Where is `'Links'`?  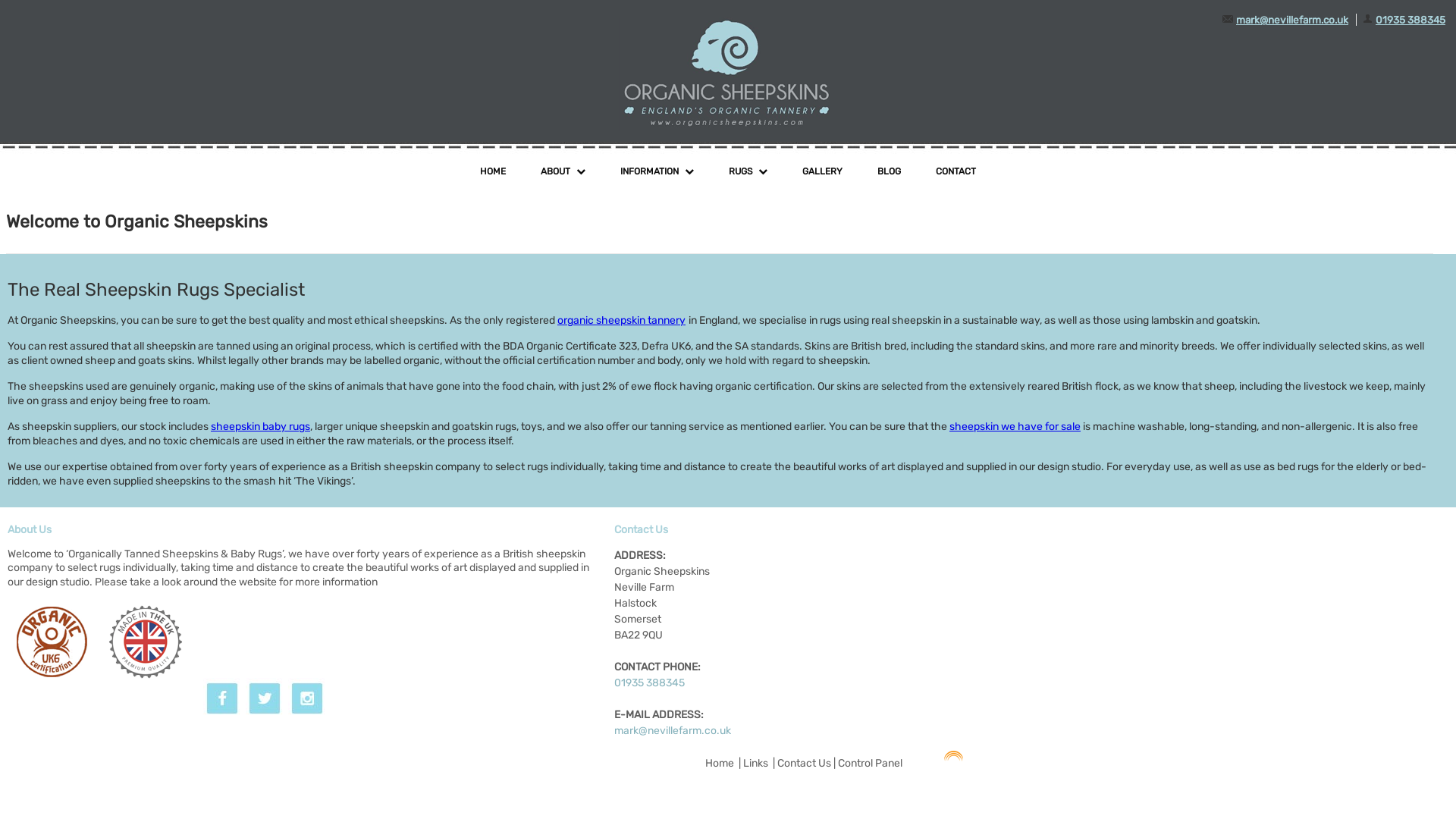 'Links' is located at coordinates (755, 763).